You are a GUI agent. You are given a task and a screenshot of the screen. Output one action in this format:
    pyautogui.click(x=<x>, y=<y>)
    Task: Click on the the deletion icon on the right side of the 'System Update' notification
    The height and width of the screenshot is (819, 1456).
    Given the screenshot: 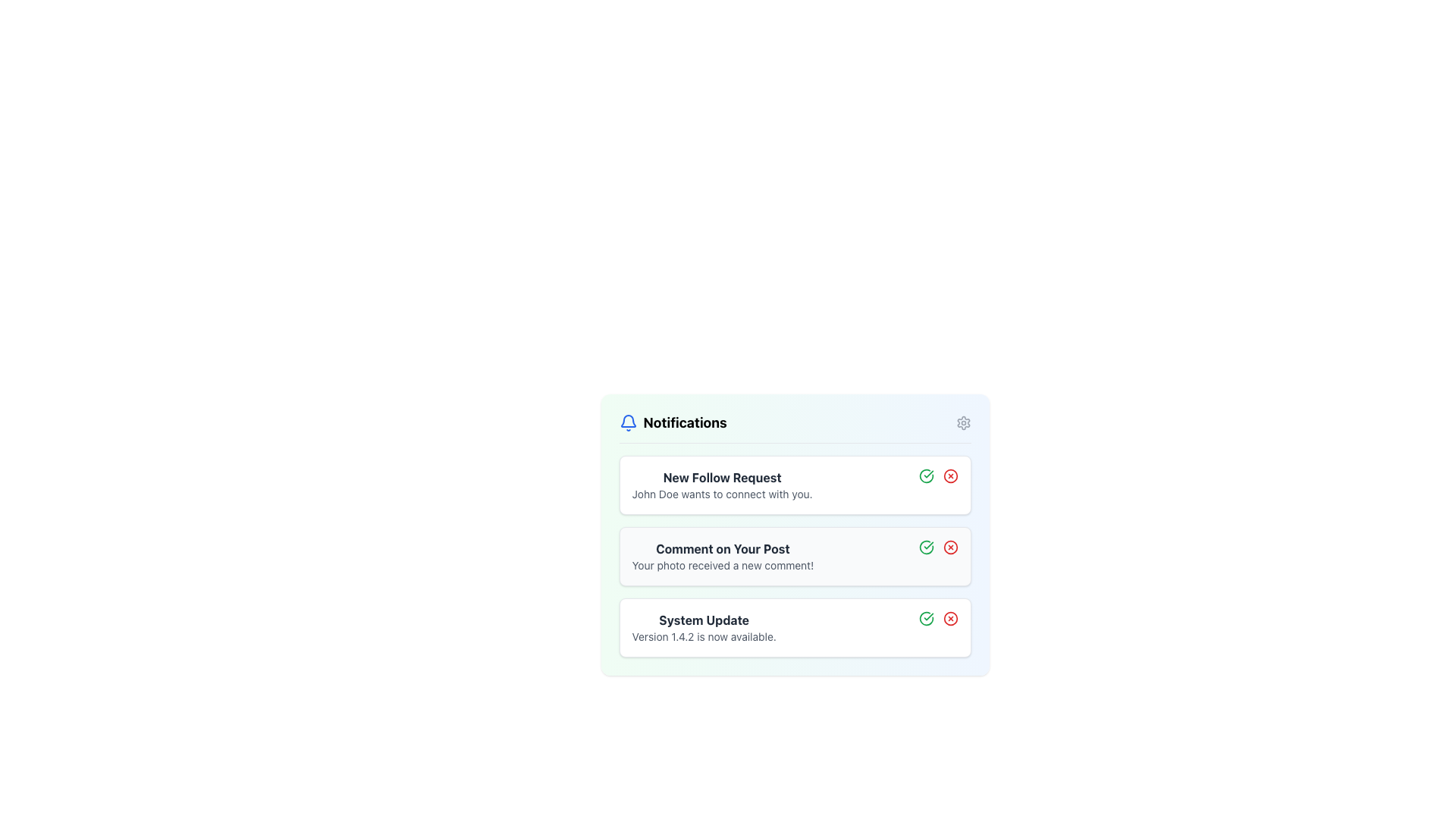 What is the action you would take?
    pyautogui.click(x=949, y=619)
    